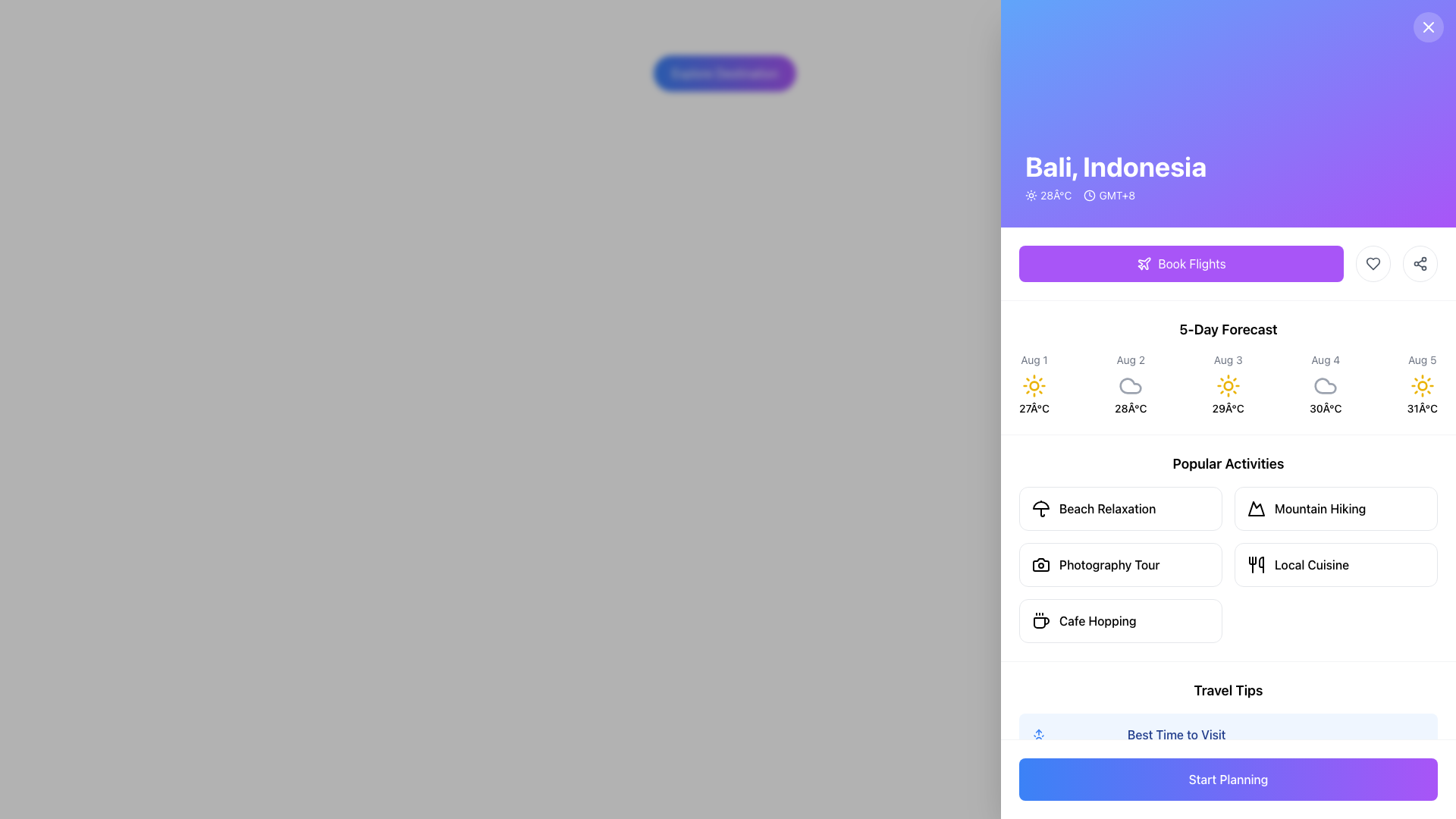  I want to click on the button in the 'Popular Activities' grid that selects the 'Cafe Hopping' activity, so click(1121, 620).